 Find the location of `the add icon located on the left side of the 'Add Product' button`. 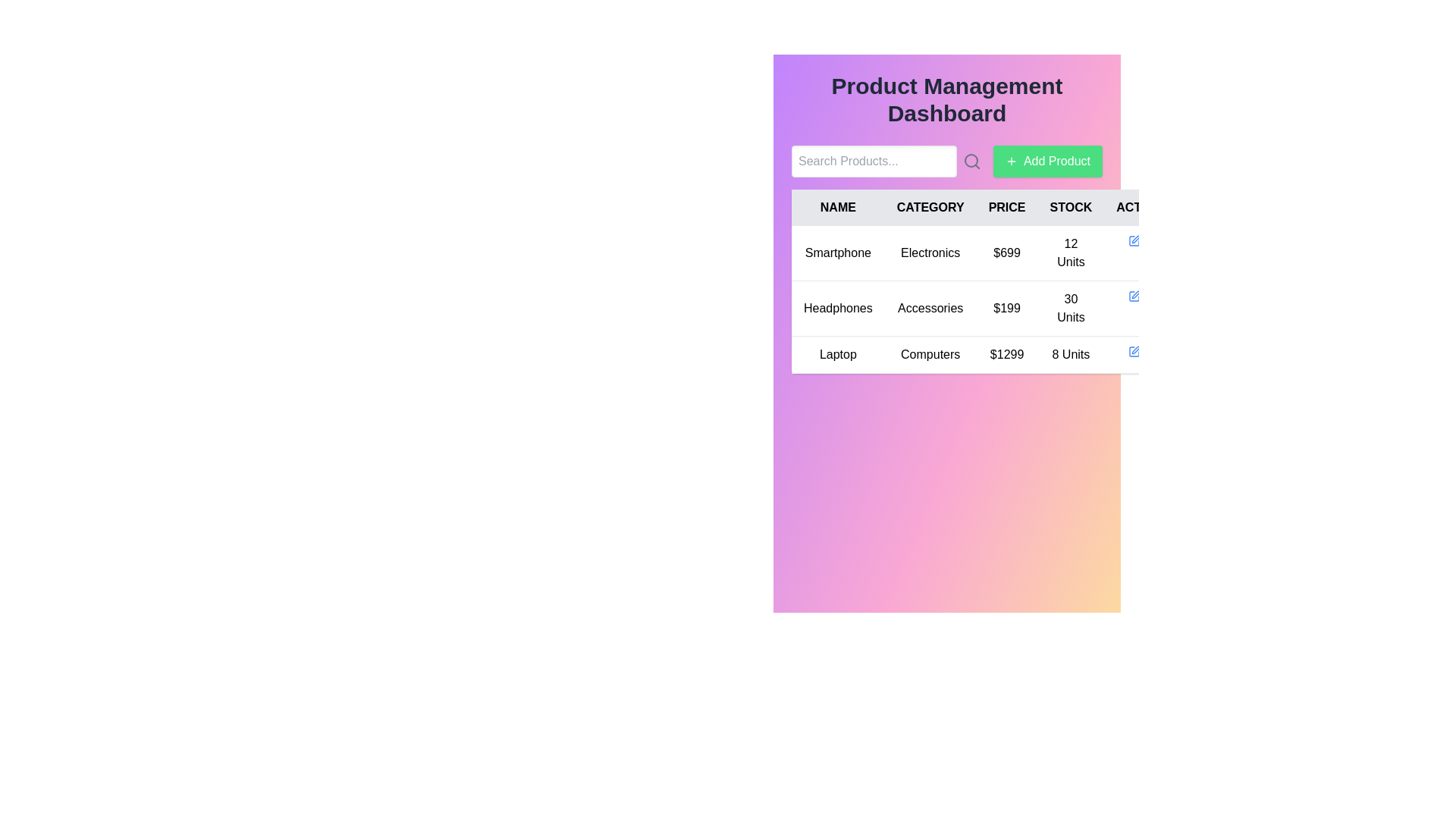

the add icon located on the left side of the 'Add Product' button is located at coordinates (1012, 161).